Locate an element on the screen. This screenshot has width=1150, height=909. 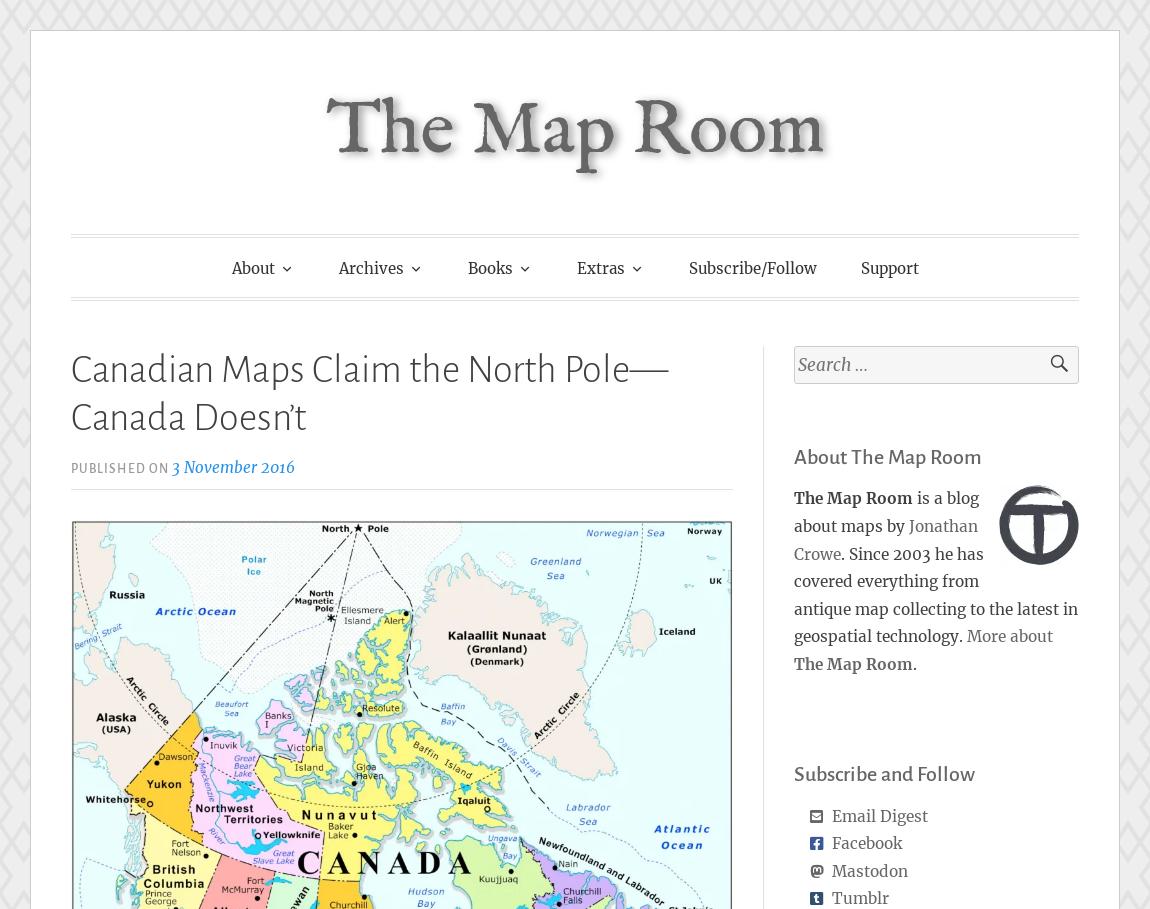
'.' is located at coordinates (915, 662).